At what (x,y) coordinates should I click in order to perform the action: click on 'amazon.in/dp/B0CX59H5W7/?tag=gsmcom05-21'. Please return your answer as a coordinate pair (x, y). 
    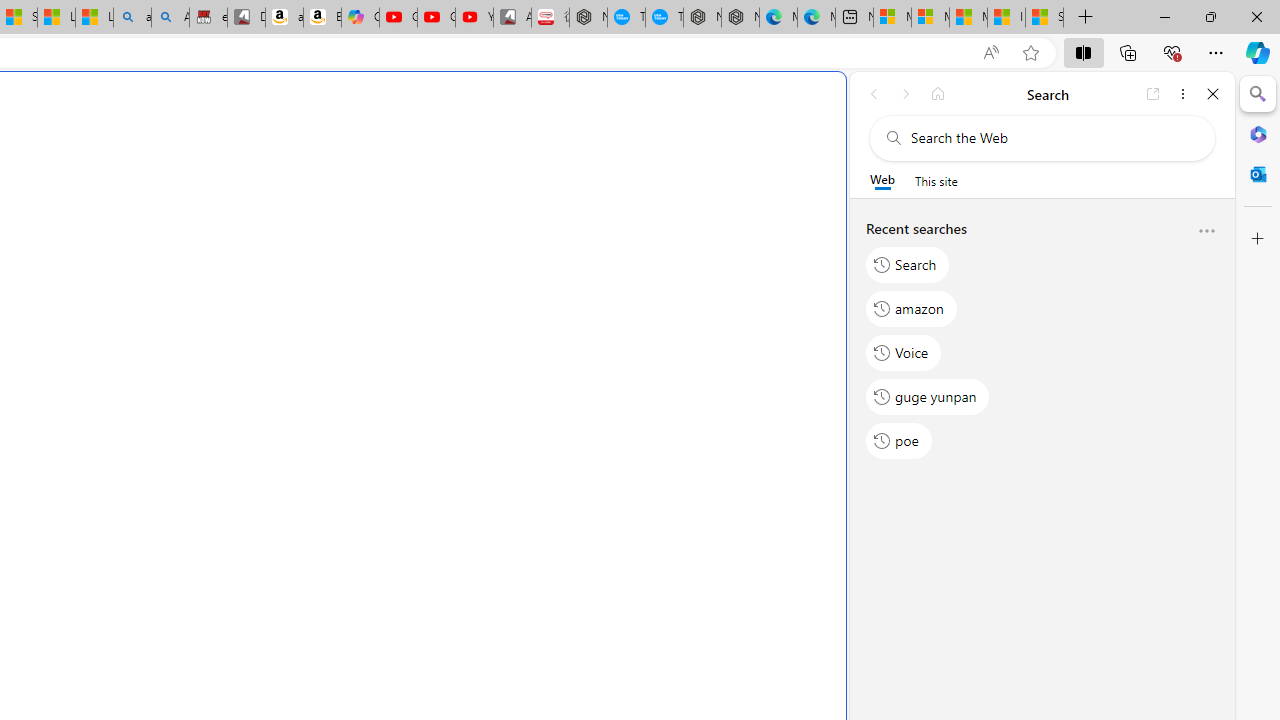
    Looking at the image, I should click on (283, 17).